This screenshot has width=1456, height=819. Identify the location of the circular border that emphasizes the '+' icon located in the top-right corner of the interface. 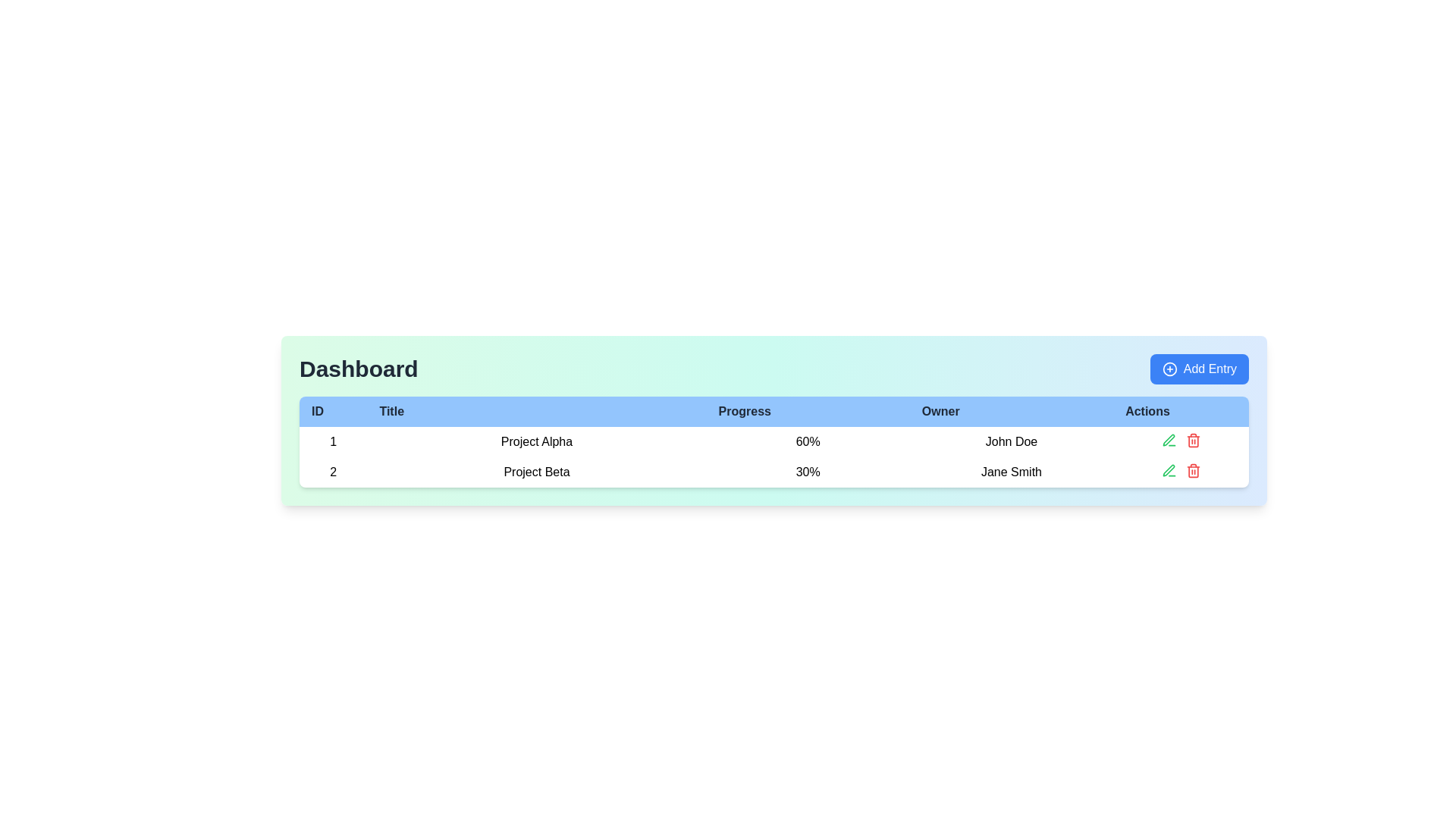
(1169, 369).